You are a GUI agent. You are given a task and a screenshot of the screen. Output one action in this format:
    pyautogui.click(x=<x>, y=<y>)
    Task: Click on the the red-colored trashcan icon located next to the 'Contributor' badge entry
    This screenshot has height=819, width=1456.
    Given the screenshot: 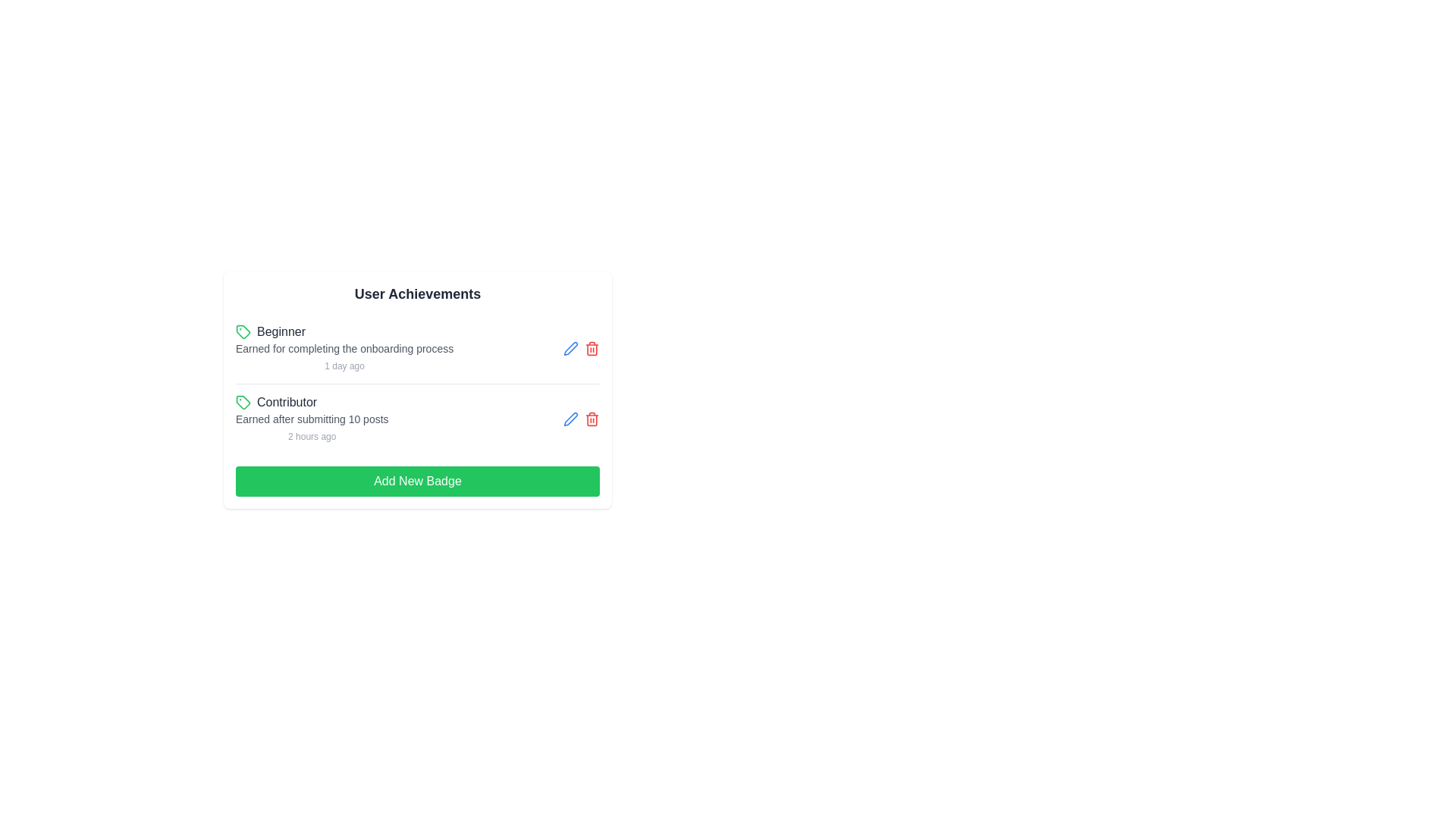 What is the action you would take?
    pyautogui.click(x=591, y=419)
    